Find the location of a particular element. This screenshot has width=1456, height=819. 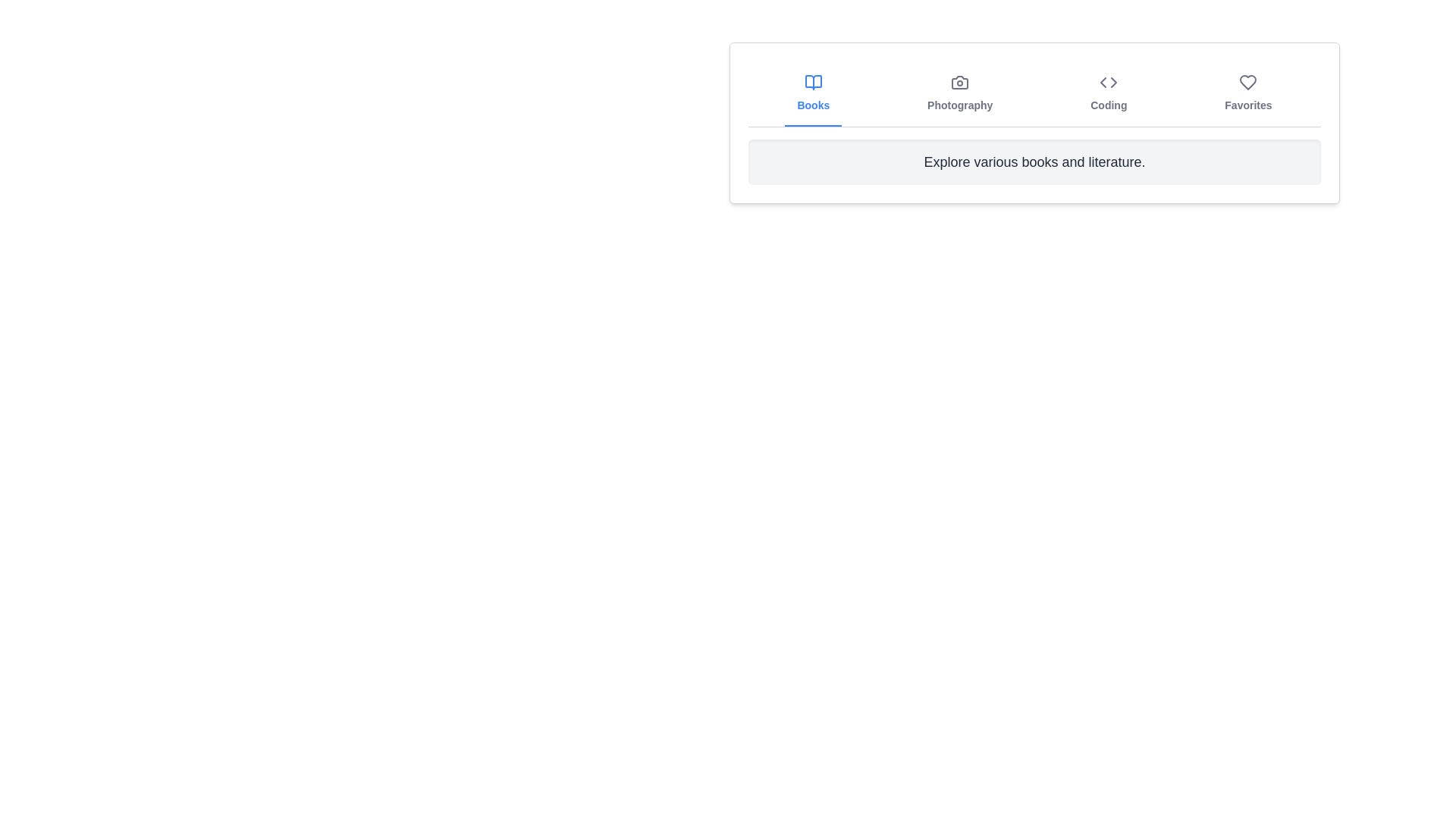

the text label displaying the word 'Coding', which is styled in a small-sized, bold font and is located at the top-center region of the interface, beneath a coding symbol icon is located at coordinates (1109, 104).